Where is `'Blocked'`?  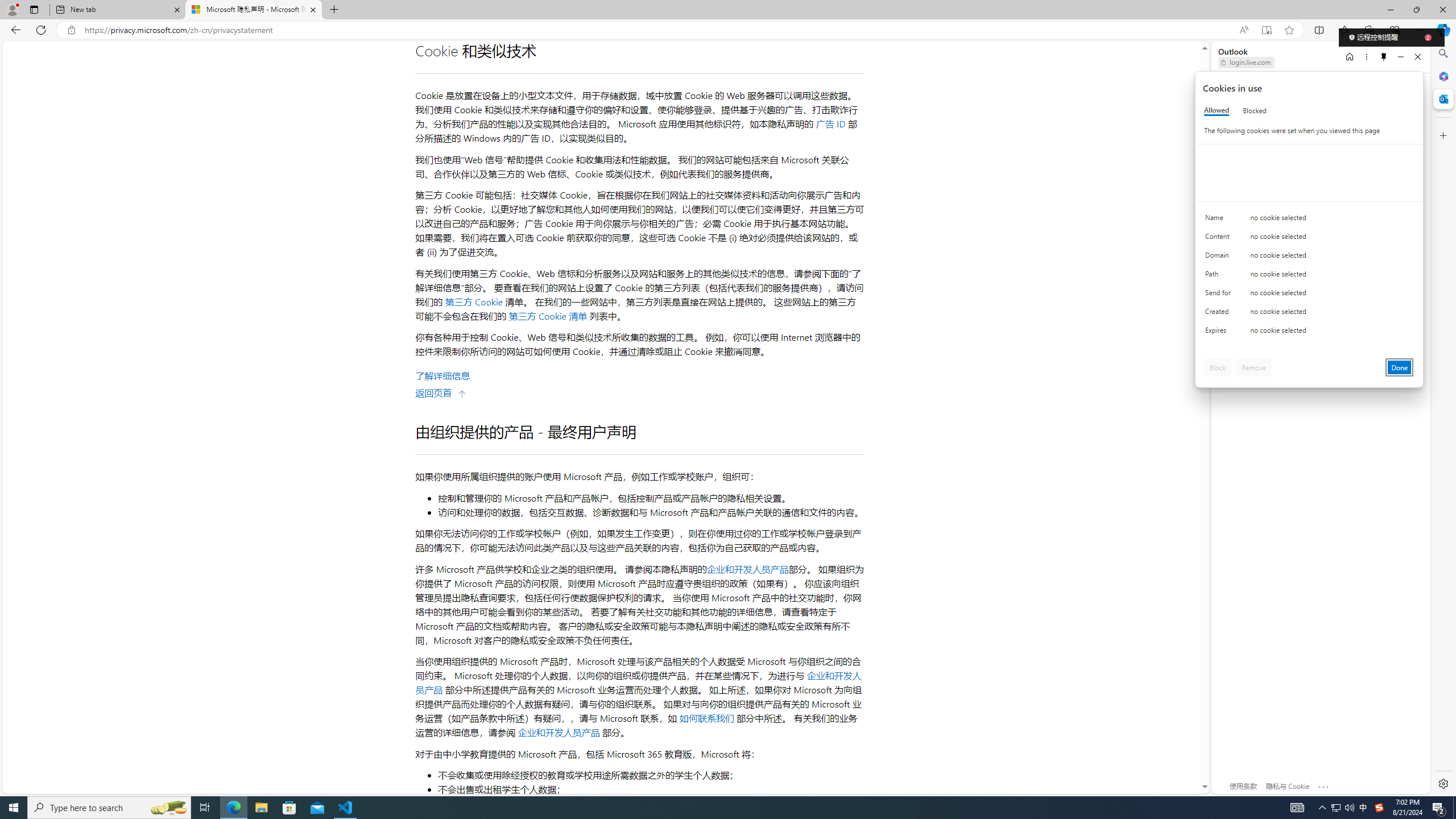
'Blocked' is located at coordinates (1254, 110).